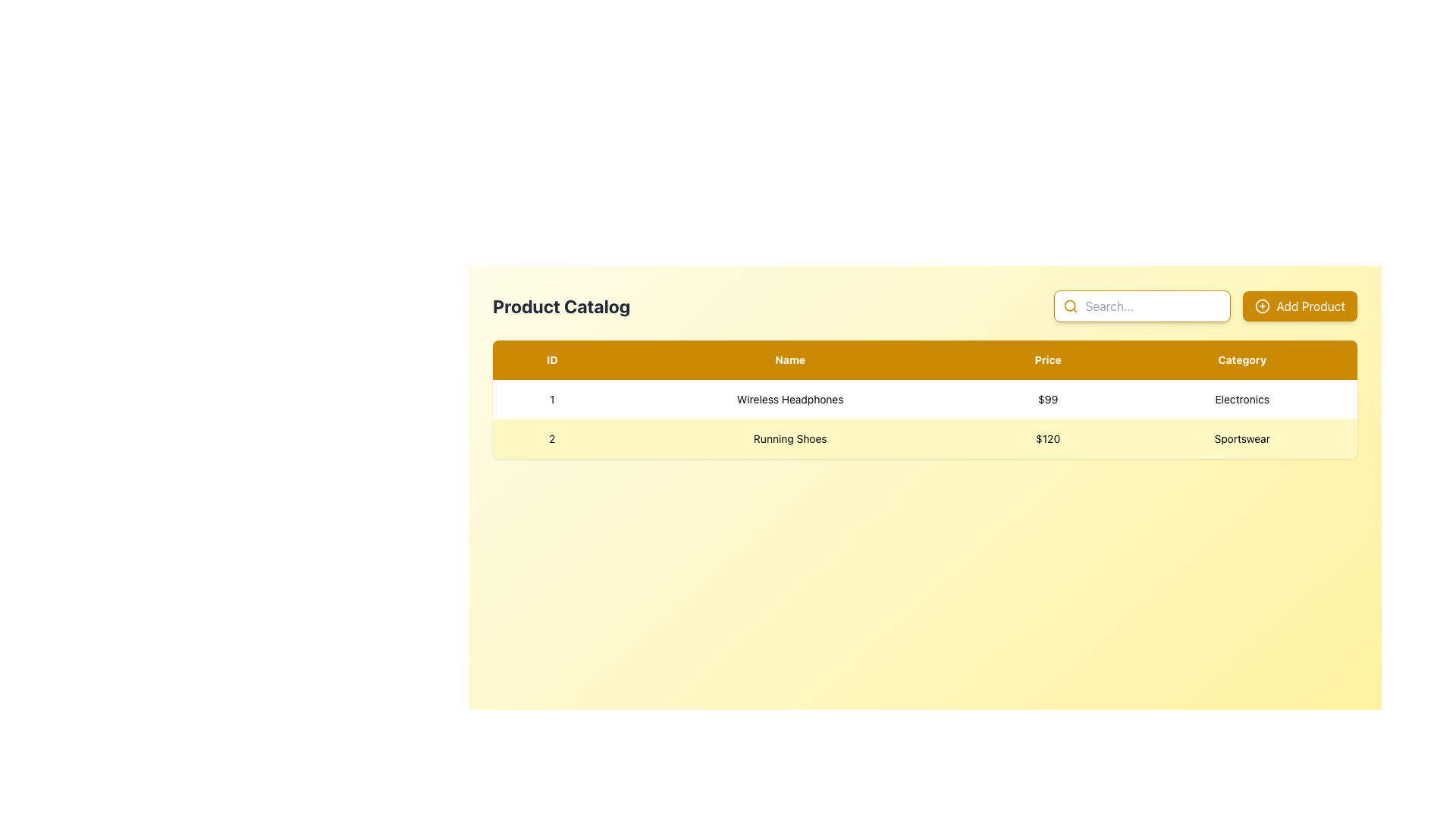  I want to click on the first row of the product catalog table that contains ID, product name, price, and category, which is located above the second row with 'Running Shoes', so click(924, 399).